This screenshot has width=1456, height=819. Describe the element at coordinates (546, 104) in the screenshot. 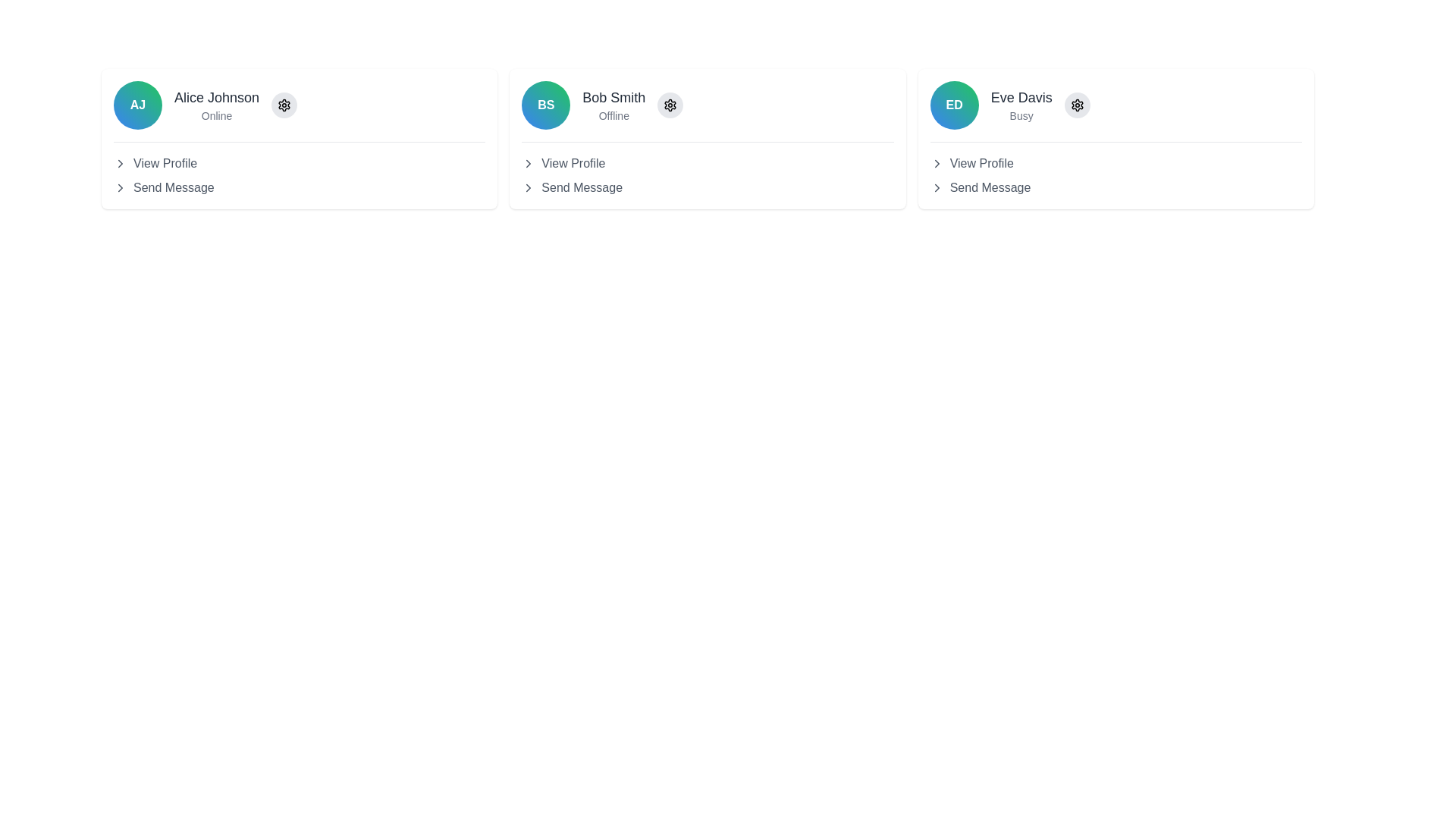

I see `the badge element representing the profile picture of 'Bob Smith', located in the profile section on the leftmost side` at that location.